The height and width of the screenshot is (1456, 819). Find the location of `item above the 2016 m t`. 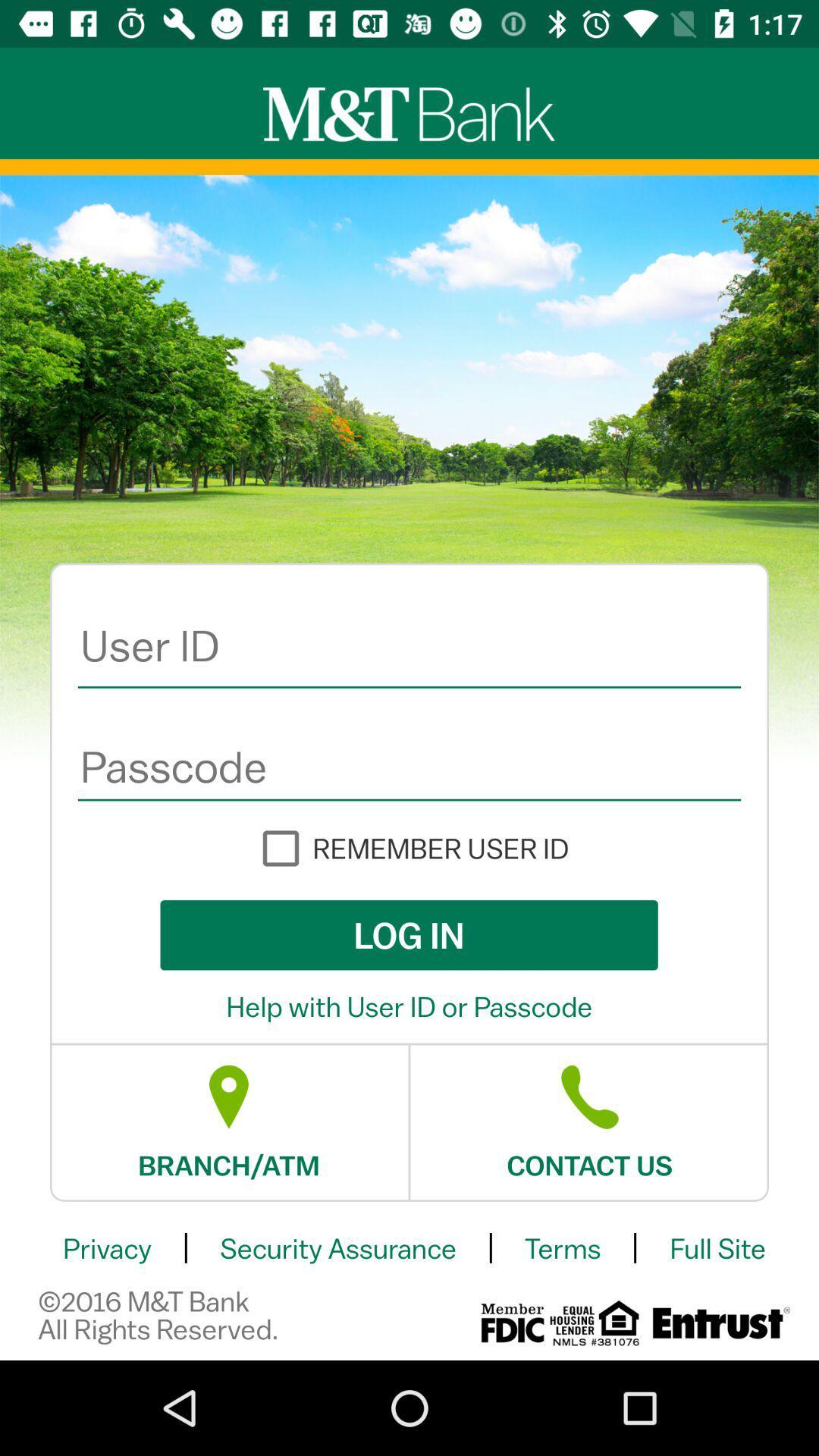

item above the 2016 m t is located at coordinates (106, 1248).